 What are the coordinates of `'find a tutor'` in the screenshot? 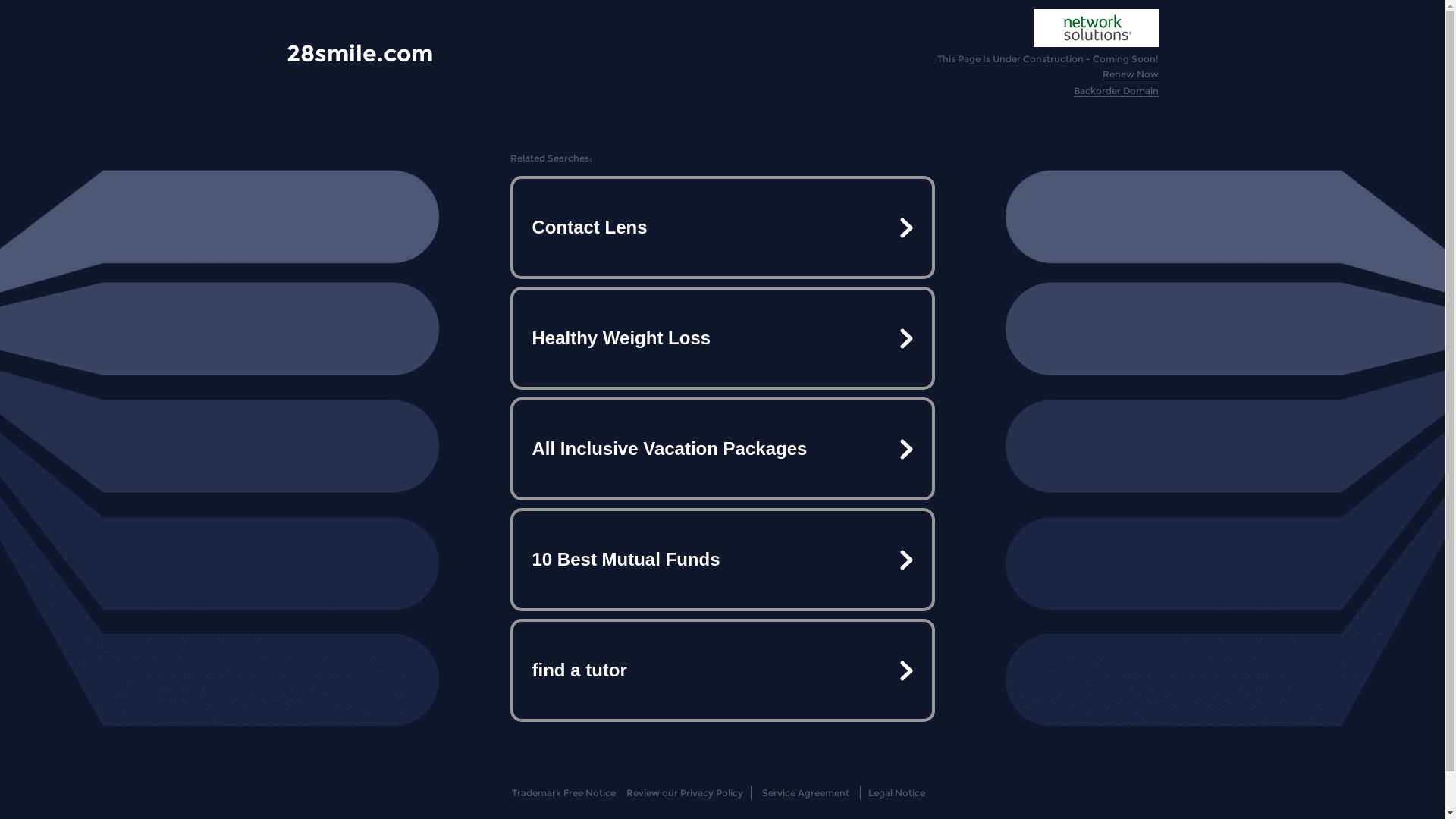 It's located at (720, 669).